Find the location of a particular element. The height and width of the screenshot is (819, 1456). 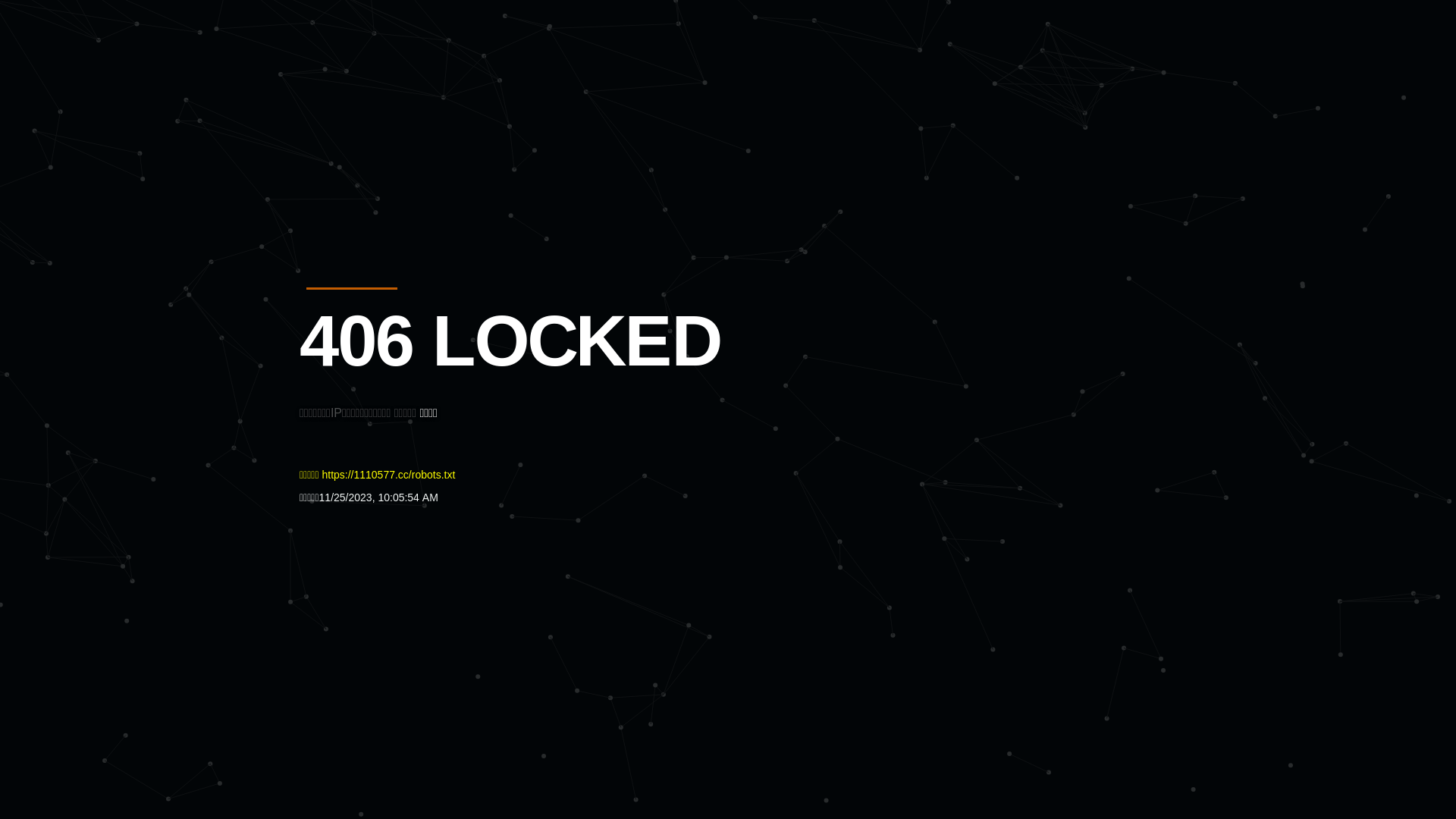

'Quatro' is located at coordinates (411, 86).